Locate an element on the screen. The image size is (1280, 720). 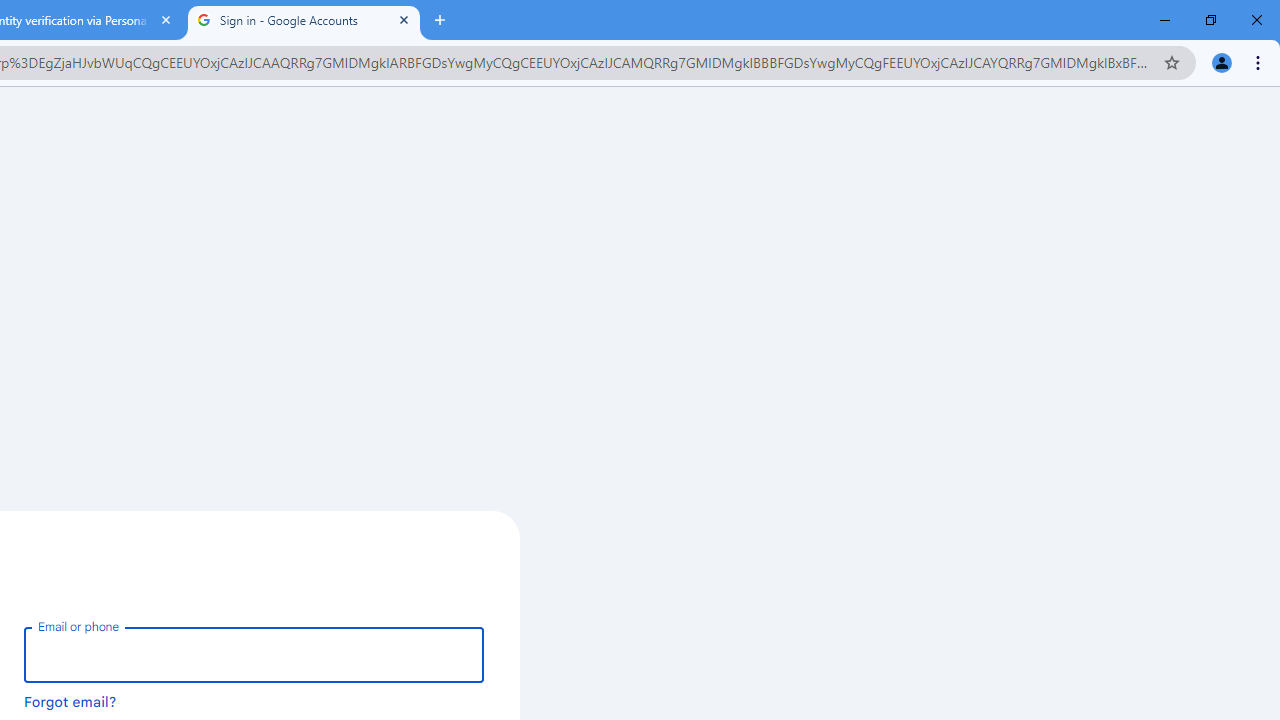
'Forgot email?' is located at coordinates (70, 700).